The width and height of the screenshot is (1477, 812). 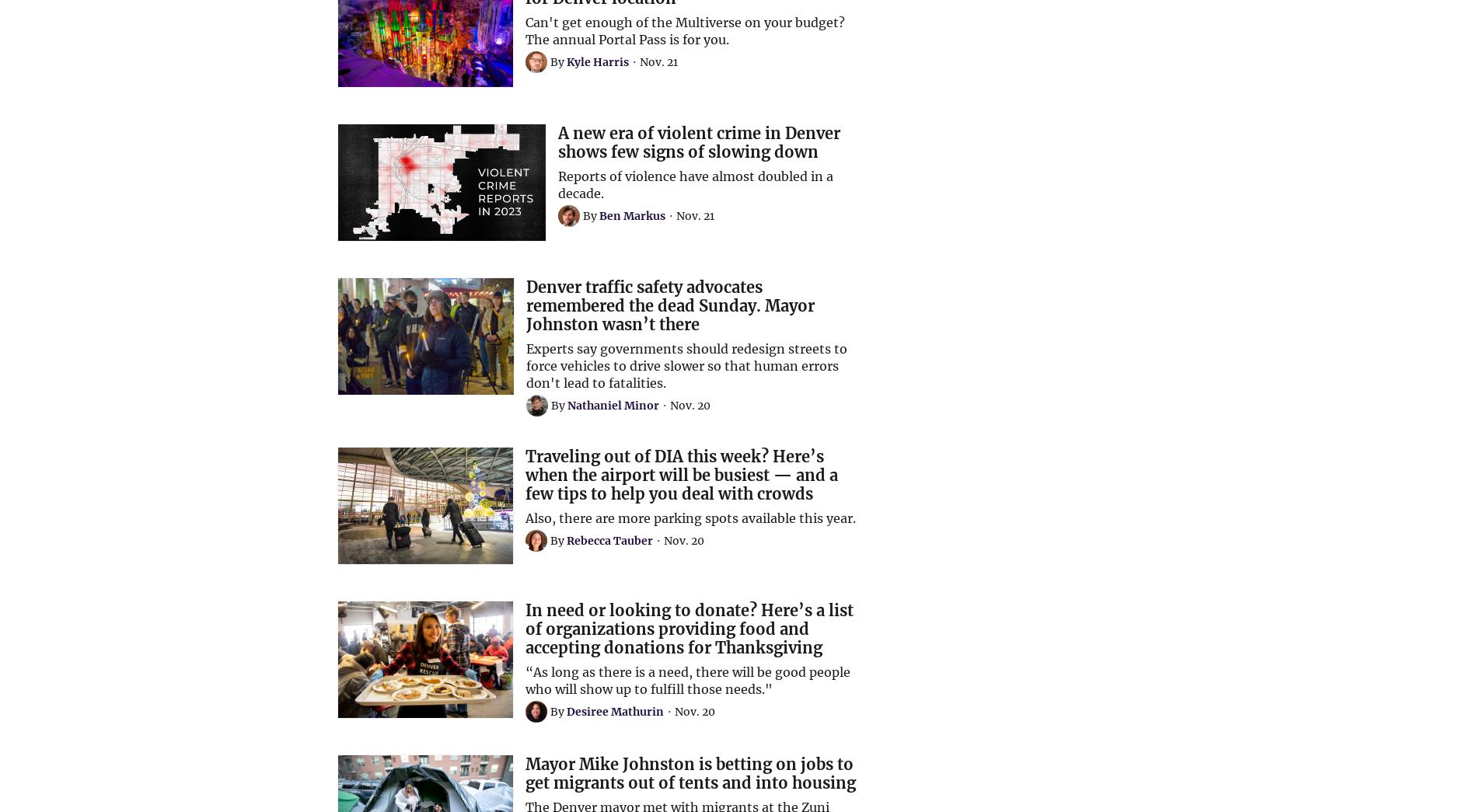 I want to click on 'Denver traffic safety advocates remembered the dead Sunday. Mayor Johnston wasn’t there', so click(x=526, y=304).